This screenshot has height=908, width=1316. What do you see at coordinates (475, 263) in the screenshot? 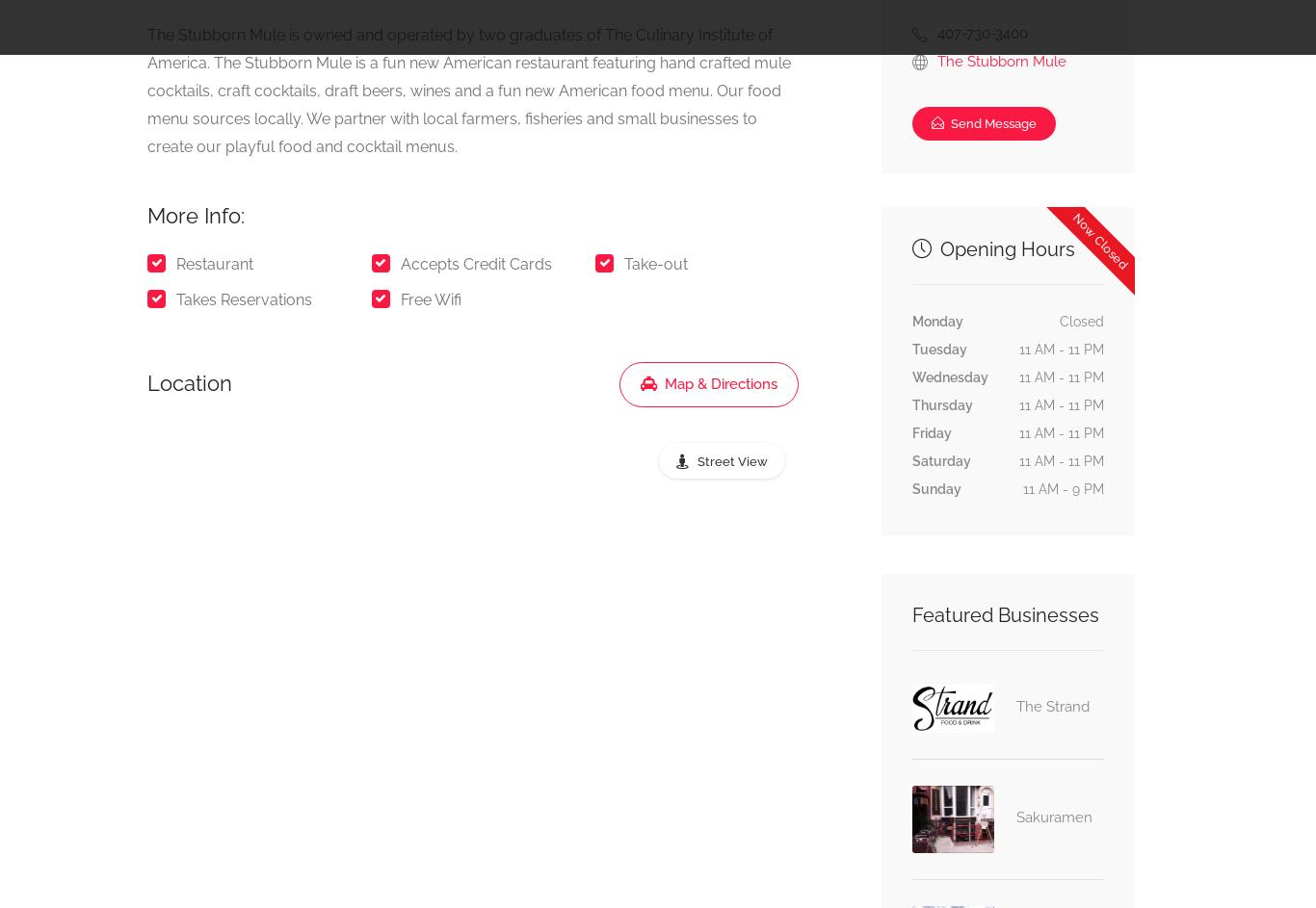
I see `'Accepts Credit Cards'` at bounding box center [475, 263].